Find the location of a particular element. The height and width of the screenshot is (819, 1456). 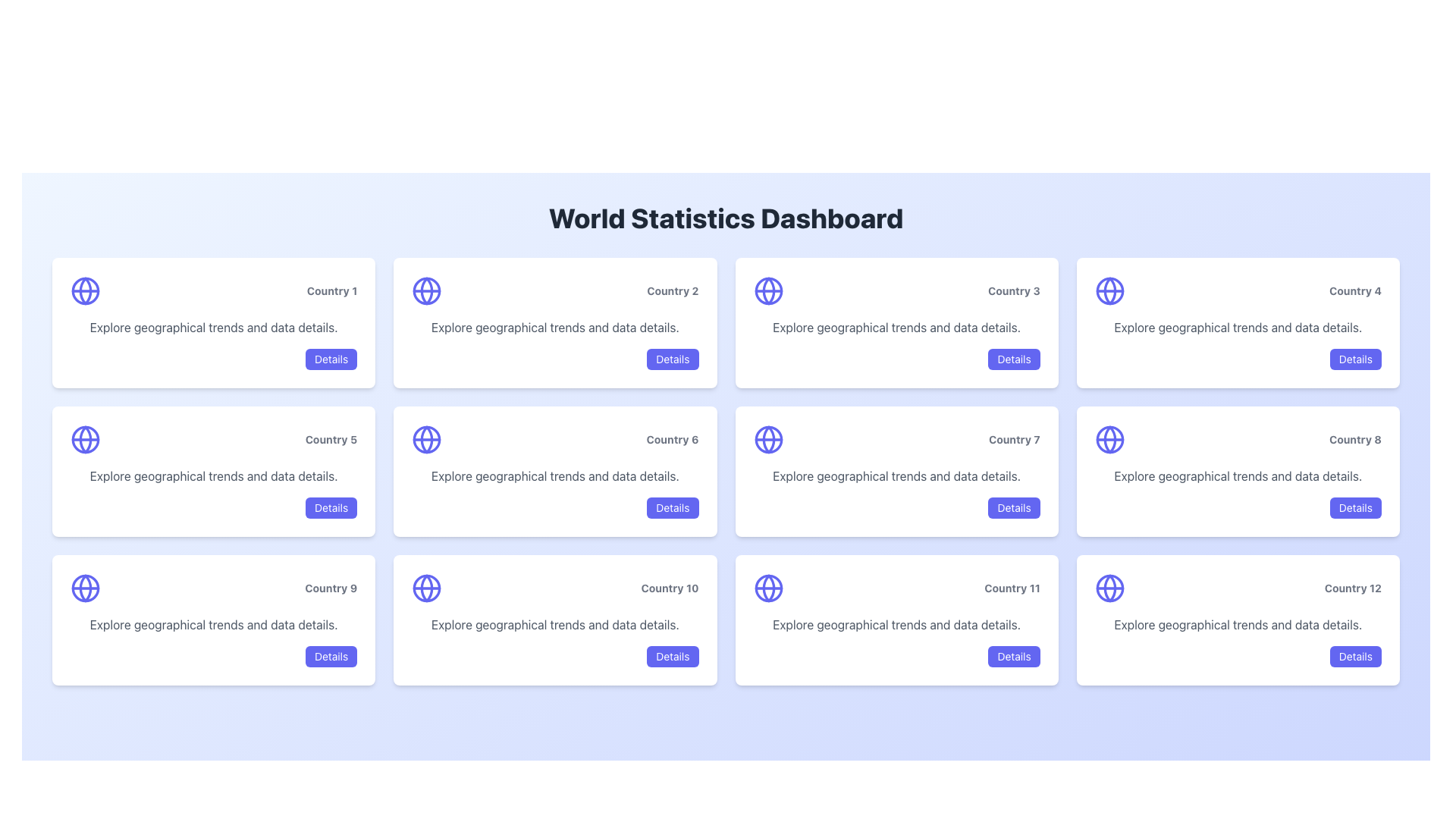

the button located at the bottom-right corner of the card for 'Country 8' is located at coordinates (1355, 508).